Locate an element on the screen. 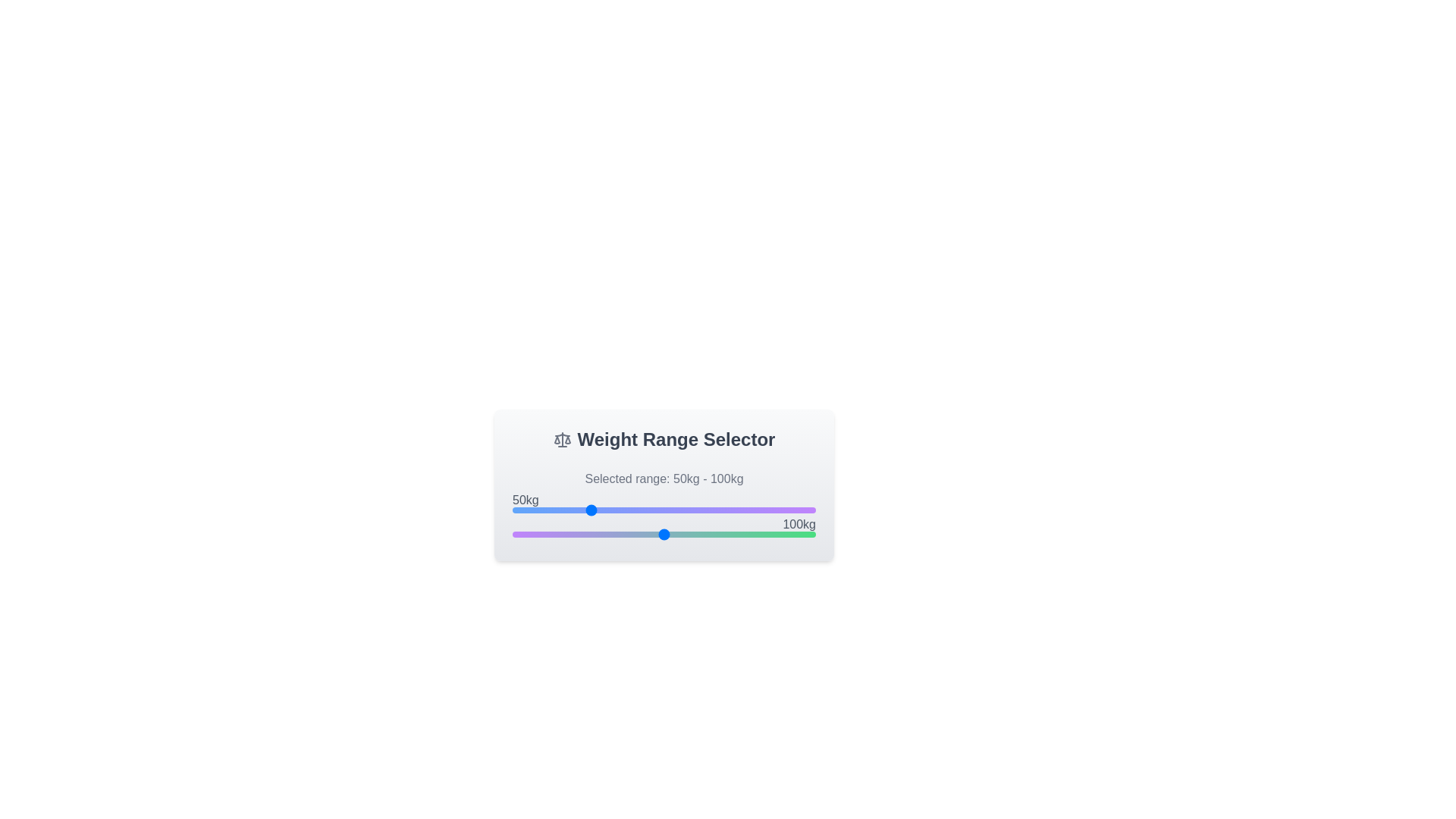  the right slider to set the maximum weight to 160 kg is located at coordinates (755, 534).